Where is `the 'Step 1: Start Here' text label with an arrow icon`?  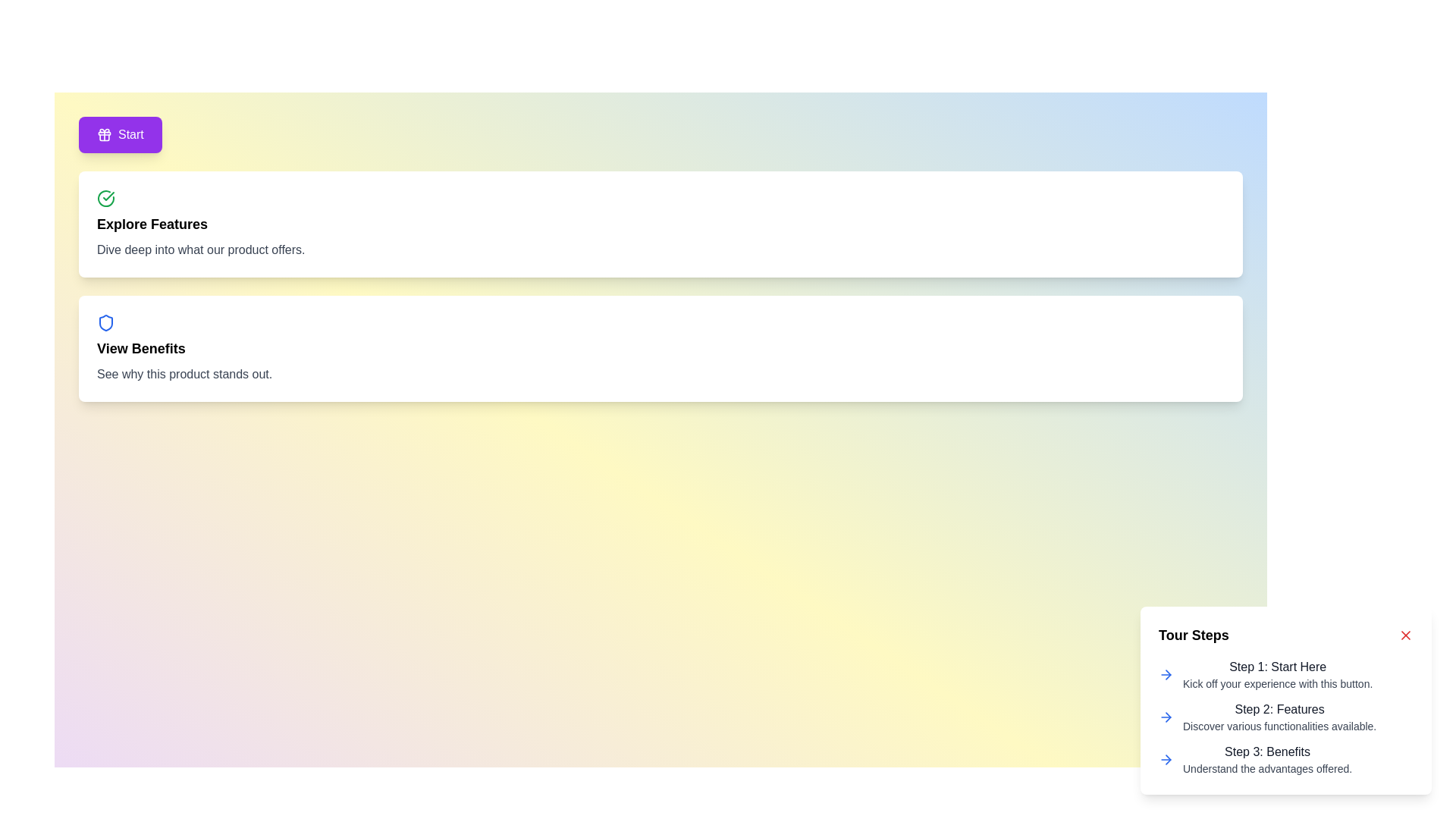 the 'Step 1: Start Here' text label with an arrow icon is located at coordinates (1285, 674).